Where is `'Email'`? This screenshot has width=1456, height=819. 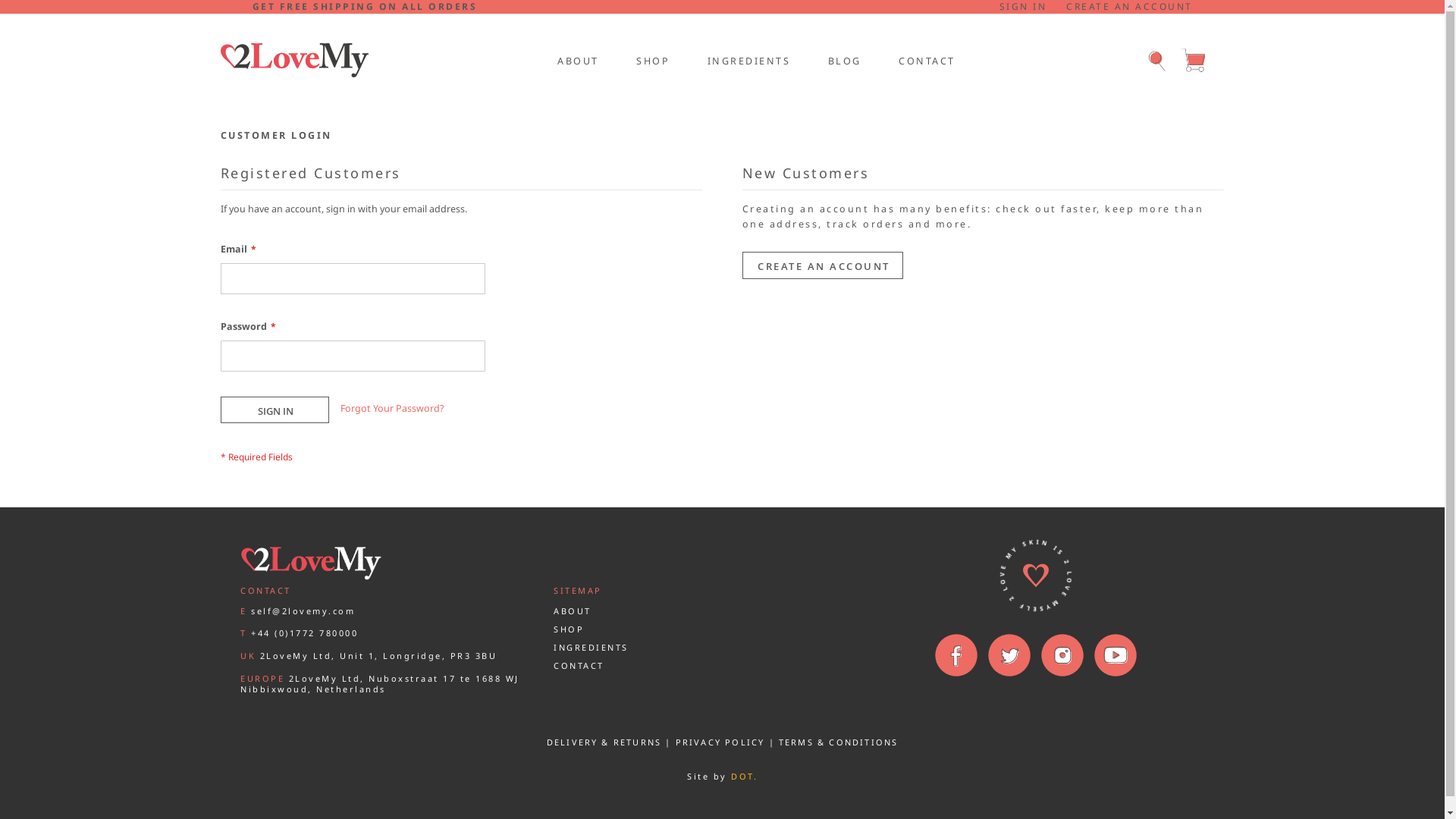 'Email' is located at coordinates (220, 278).